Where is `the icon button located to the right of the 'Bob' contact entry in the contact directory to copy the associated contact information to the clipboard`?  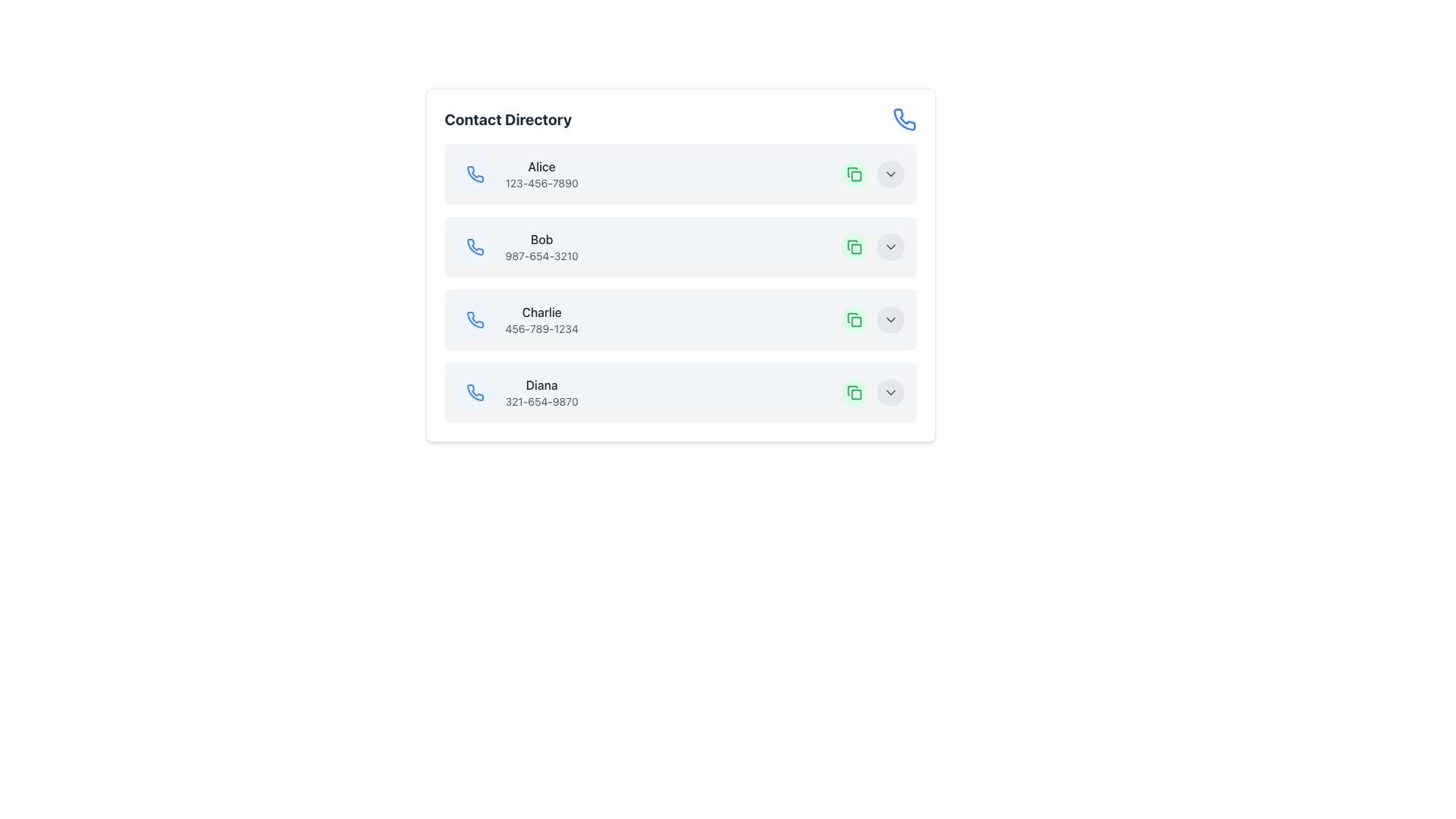
the icon button located to the right of the 'Bob' contact entry in the contact directory to copy the associated contact information to the clipboard is located at coordinates (854, 246).